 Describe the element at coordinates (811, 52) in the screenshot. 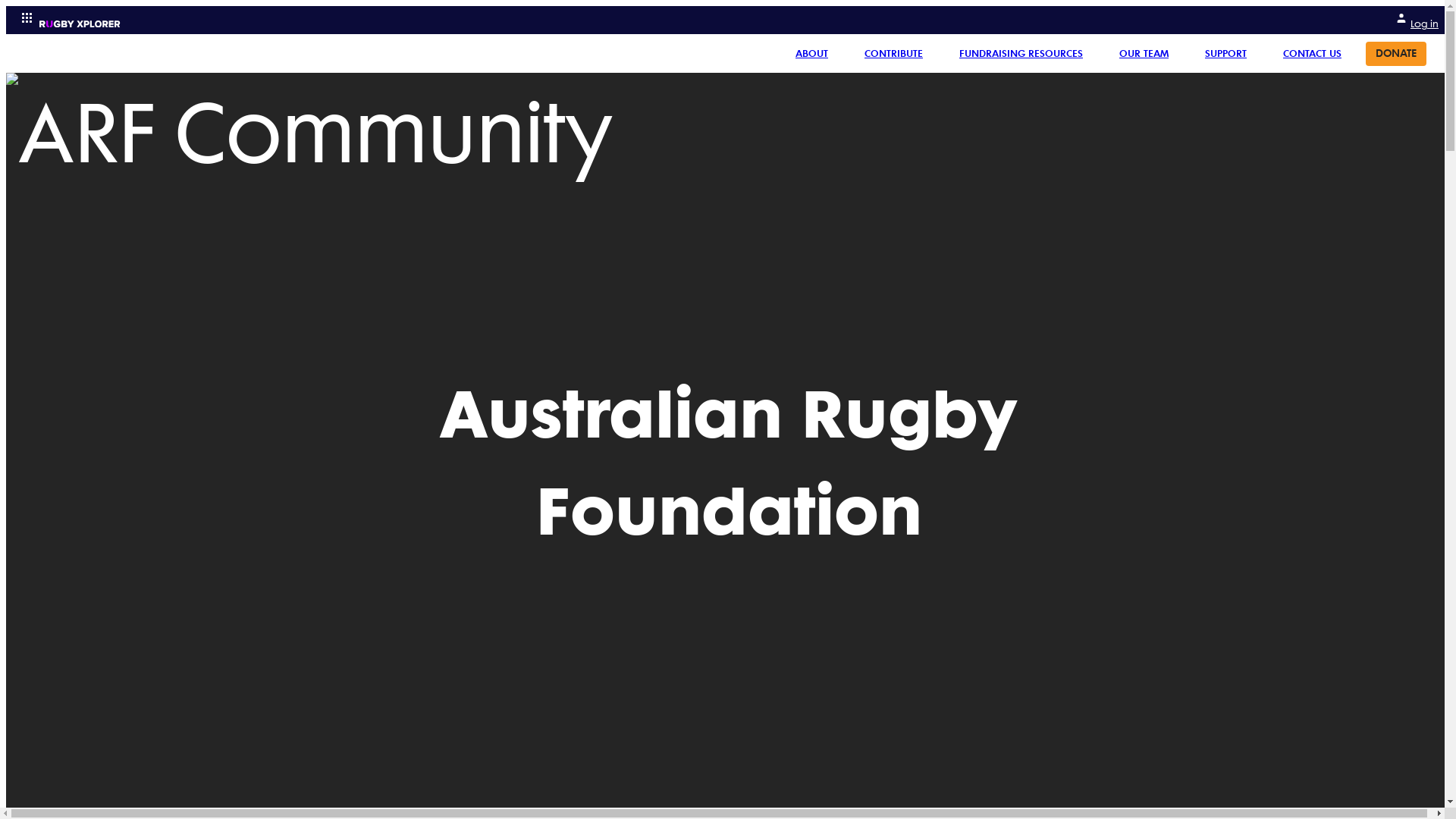

I see `'ABOUT'` at that location.